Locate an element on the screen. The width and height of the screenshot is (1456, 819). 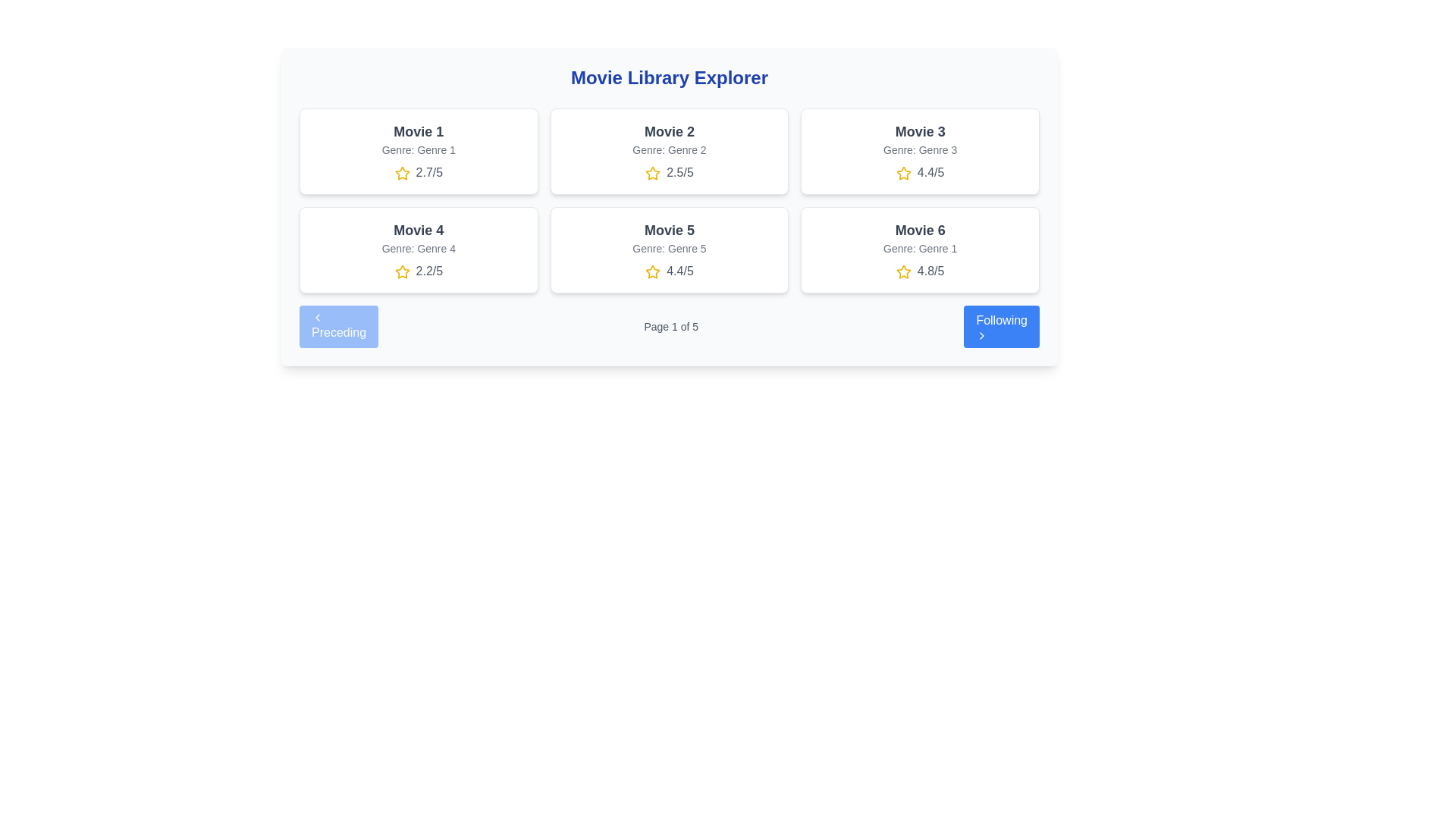
the rating display text showing '2.7/5' in gray color, located next to a yellow star icon under the 'Movie 1' title is located at coordinates (428, 171).